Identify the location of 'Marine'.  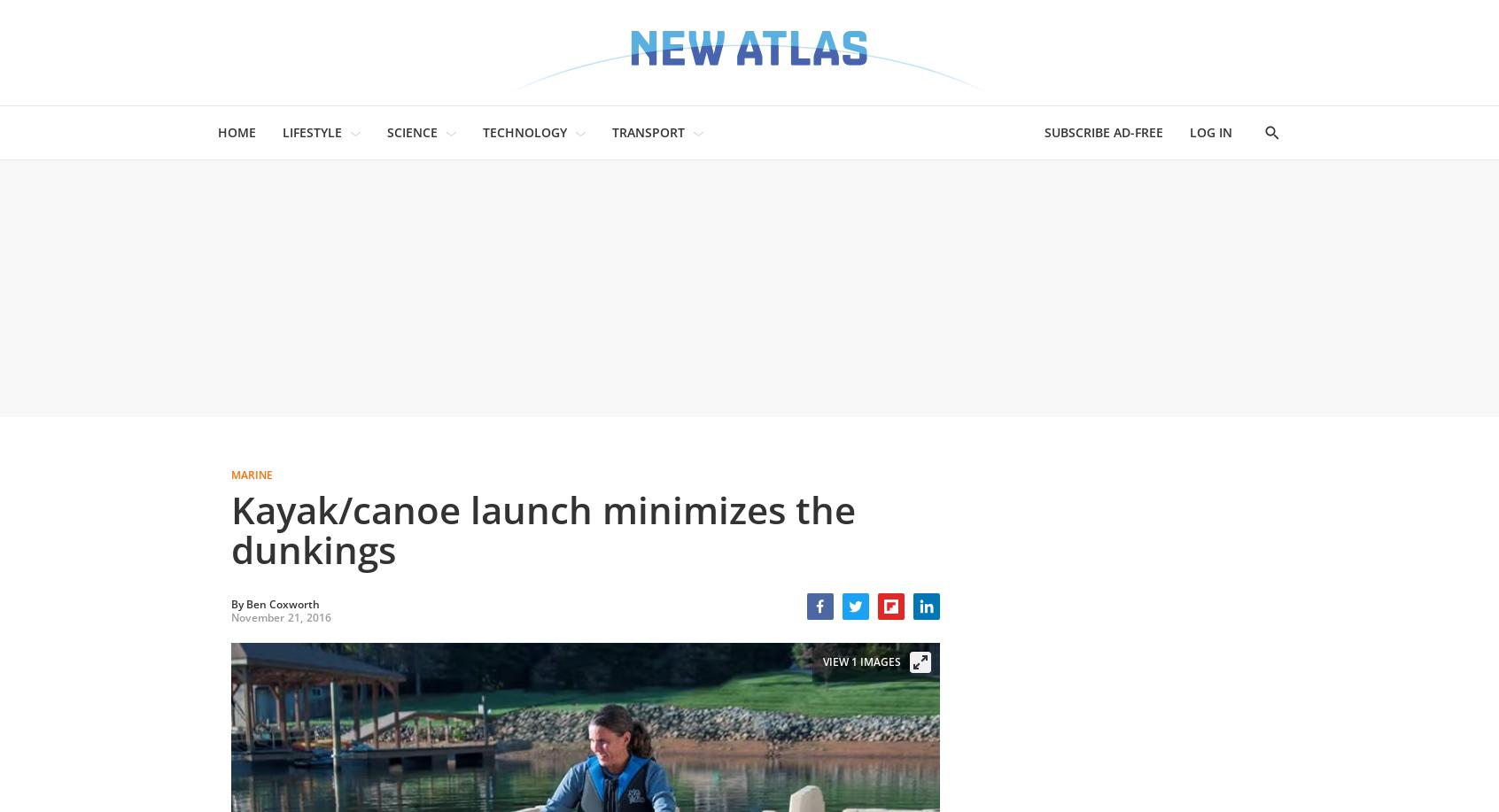
(251, 475).